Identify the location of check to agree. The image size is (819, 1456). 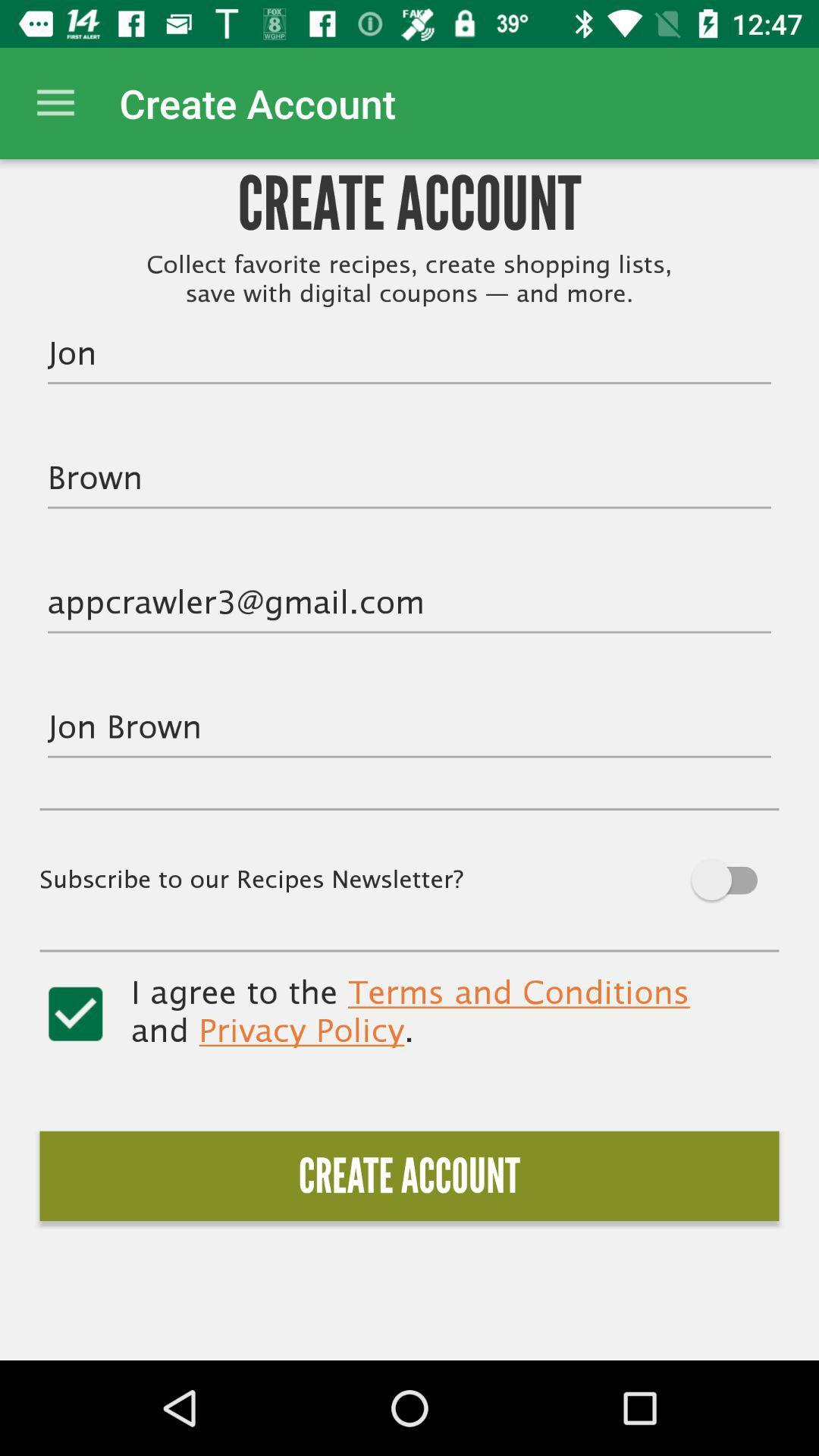
(75, 1014).